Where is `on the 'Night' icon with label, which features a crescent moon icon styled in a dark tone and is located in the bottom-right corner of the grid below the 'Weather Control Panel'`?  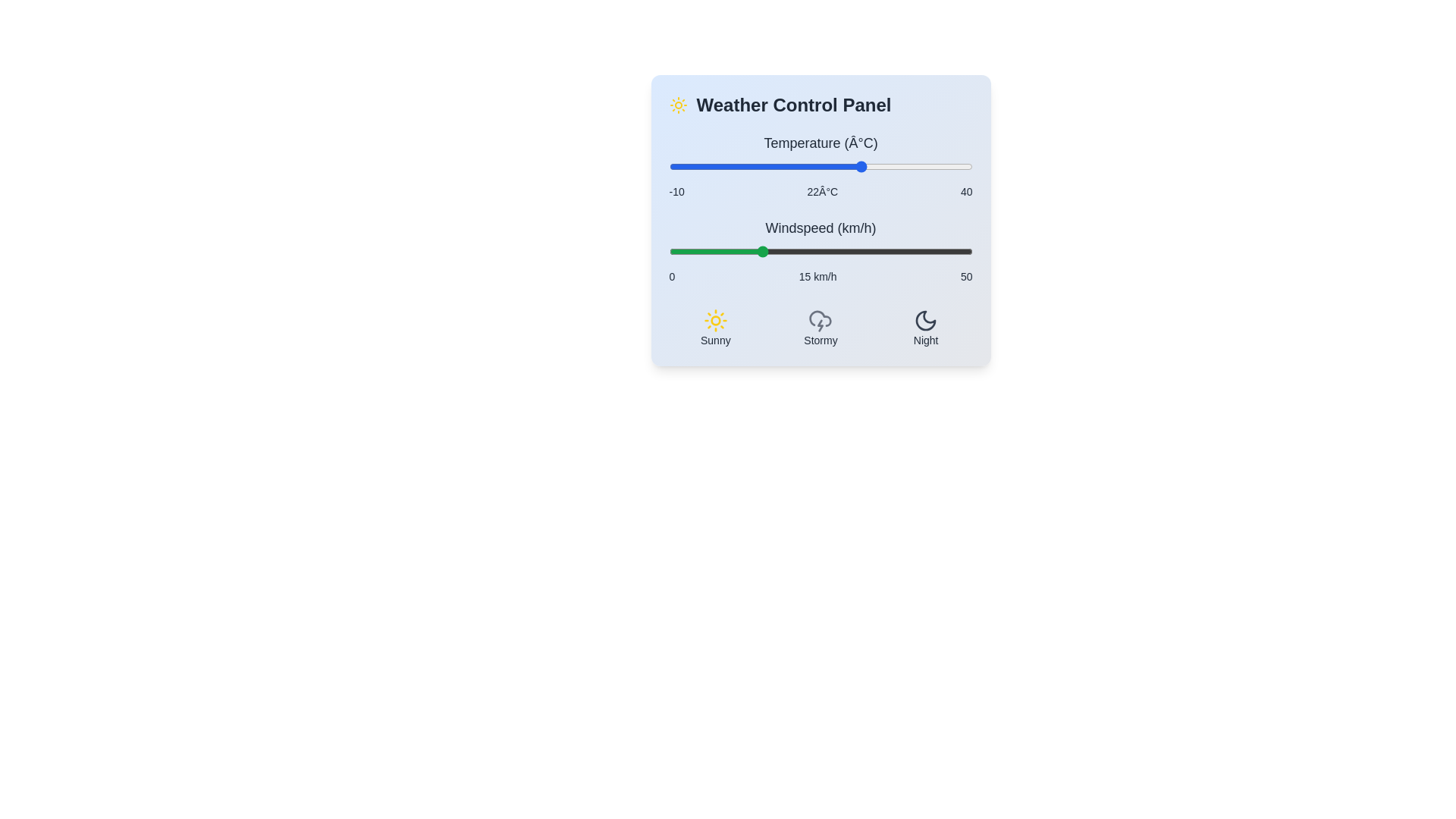 on the 'Night' icon with label, which features a crescent moon icon styled in a dark tone and is located in the bottom-right corner of the grid below the 'Weather Control Panel' is located at coordinates (925, 327).